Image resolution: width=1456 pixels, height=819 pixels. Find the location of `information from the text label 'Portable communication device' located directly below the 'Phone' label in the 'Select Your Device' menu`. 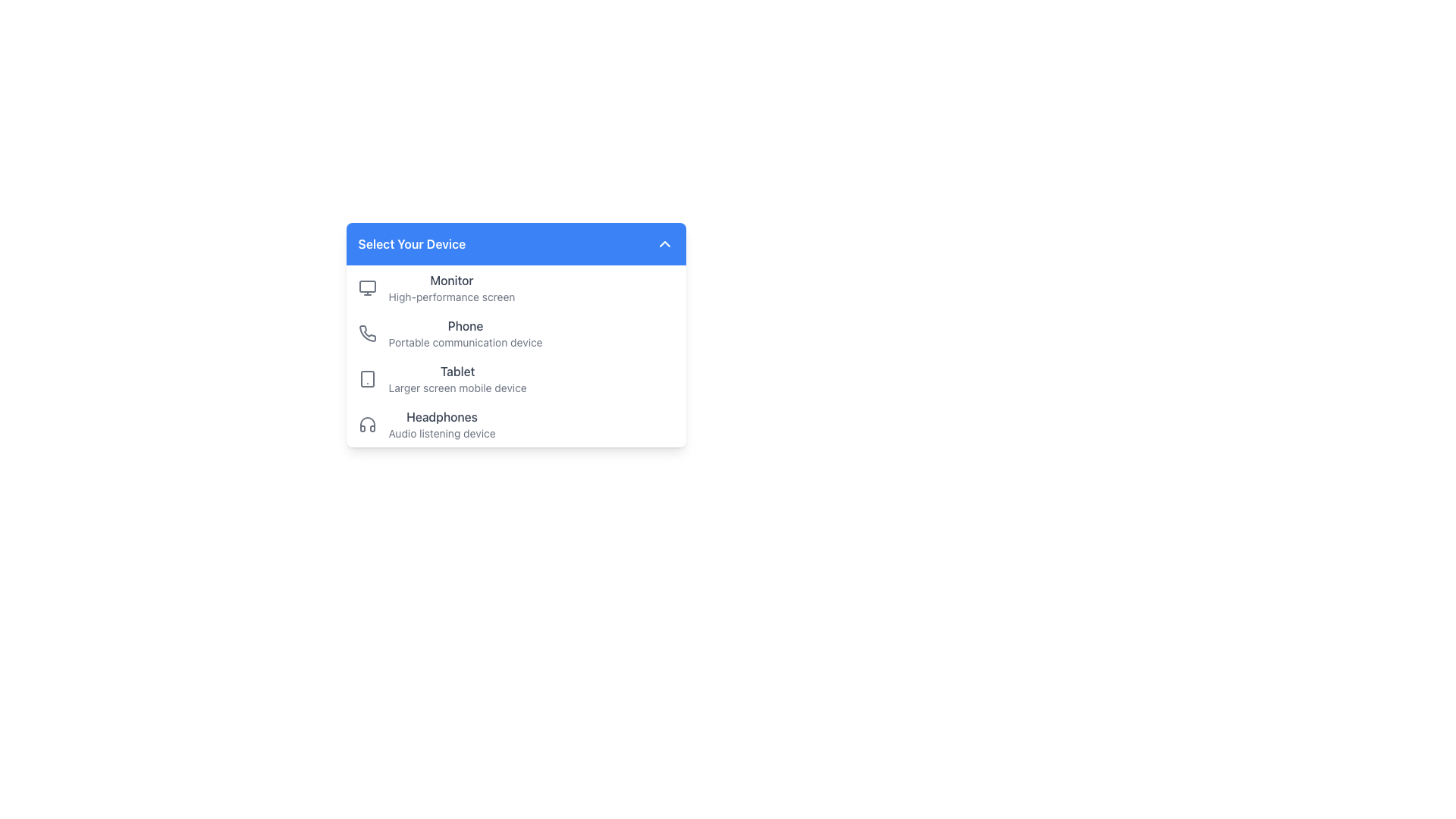

information from the text label 'Portable communication device' located directly below the 'Phone' label in the 'Select Your Device' menu is located at coordinates (465, 342).